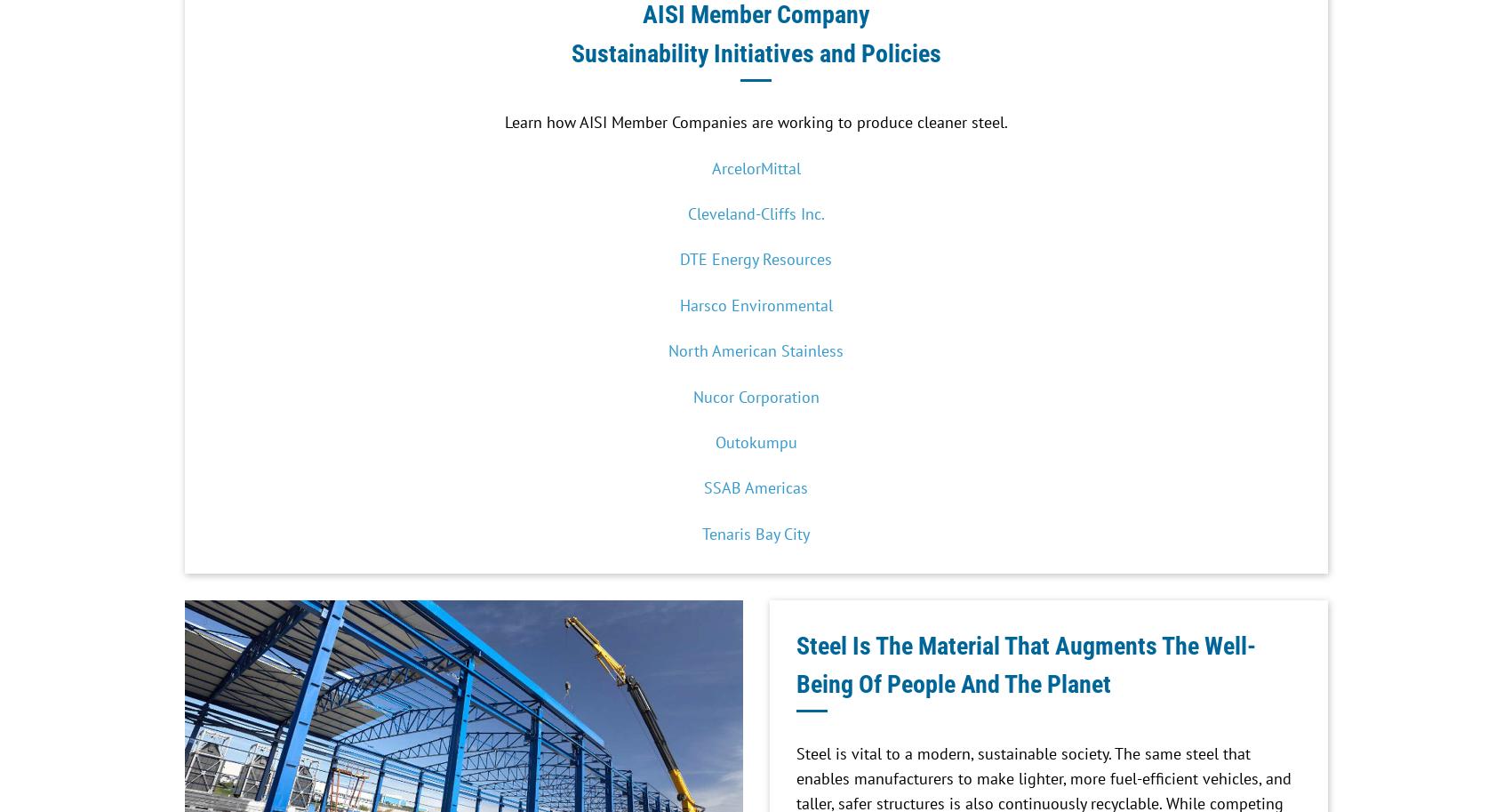 The image size is (1512, 812). Describe the element at coordinates (755, 213) in the screenshot. I see `'Cleveland-Cliffs Inc.'` at that location.